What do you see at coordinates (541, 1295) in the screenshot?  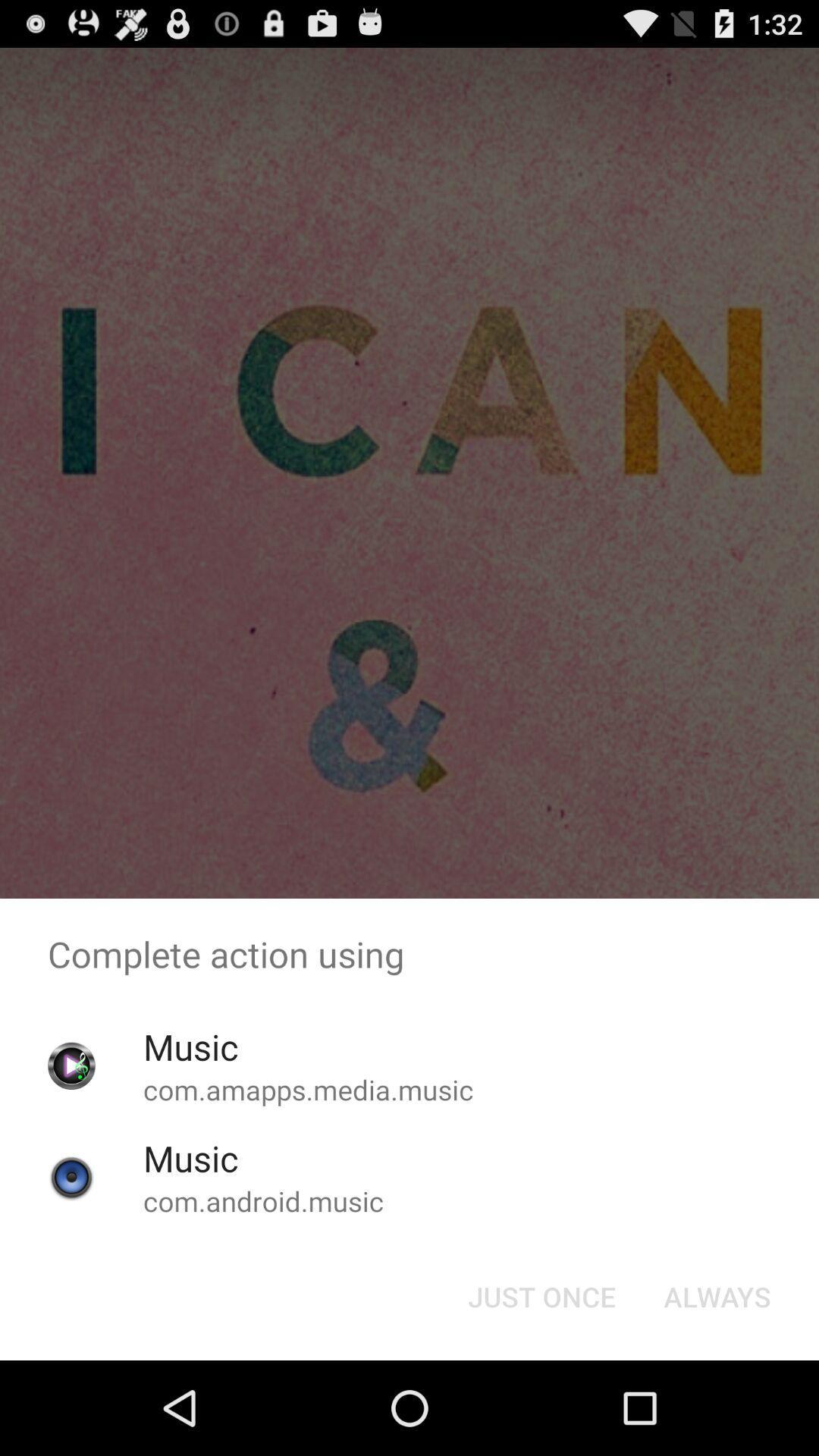 I see `the just once icon` at bounding box center [541, 1295].